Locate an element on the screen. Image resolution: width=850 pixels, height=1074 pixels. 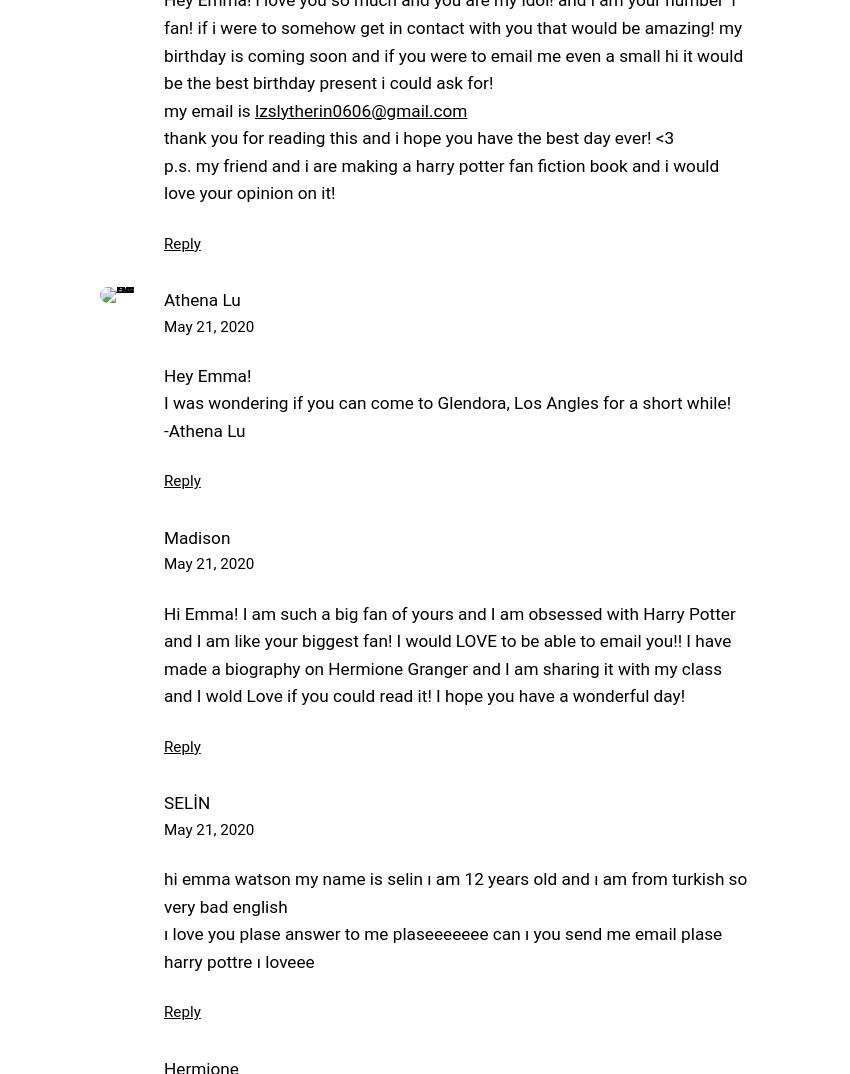
'SELİN' is located at coordinates (186, 802).